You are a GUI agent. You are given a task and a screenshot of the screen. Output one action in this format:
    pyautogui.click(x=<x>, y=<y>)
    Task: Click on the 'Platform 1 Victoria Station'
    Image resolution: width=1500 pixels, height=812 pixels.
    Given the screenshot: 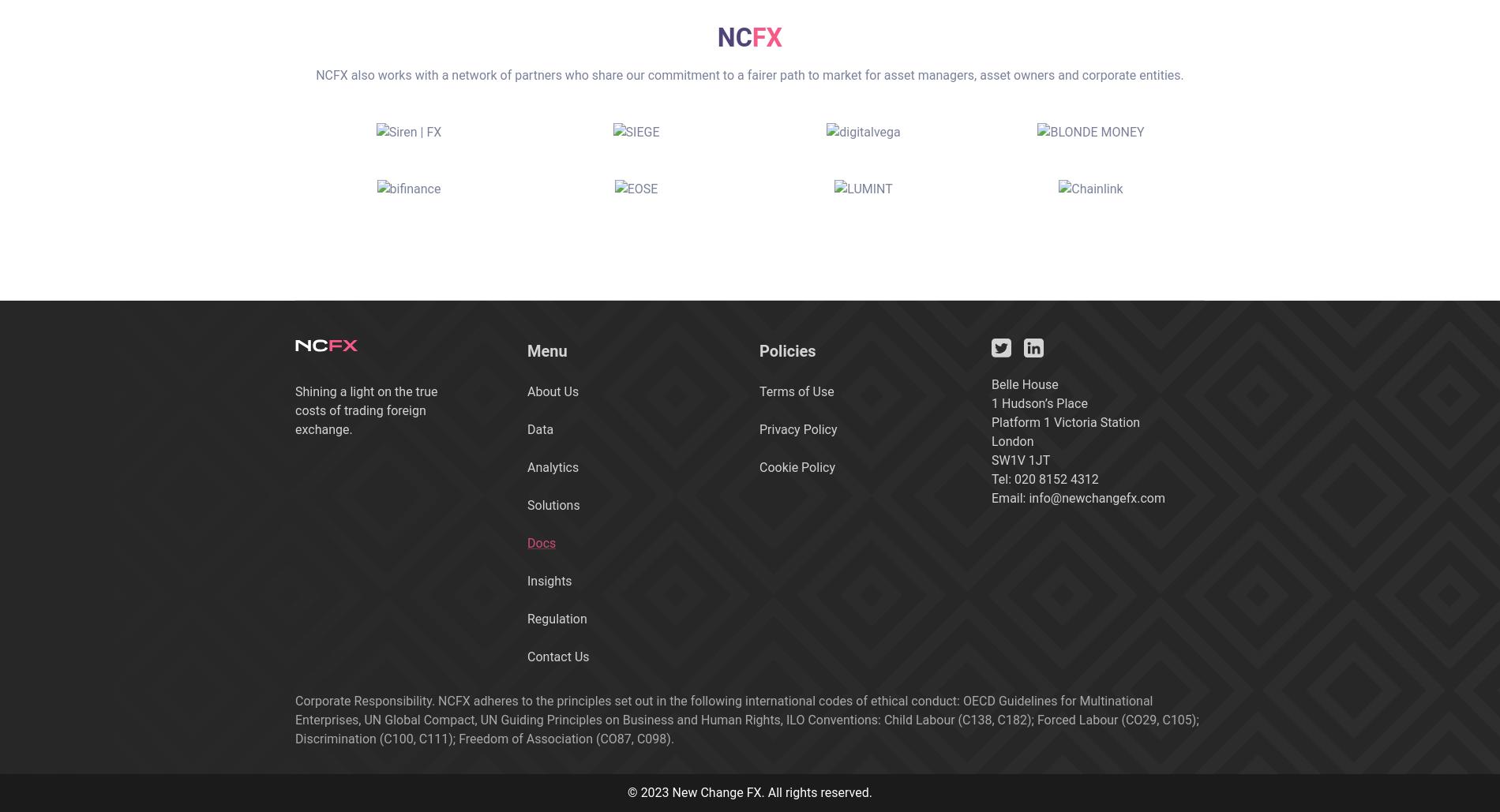 What is the action you would take?
    pyautogui.click(x=1064, y=421)
    